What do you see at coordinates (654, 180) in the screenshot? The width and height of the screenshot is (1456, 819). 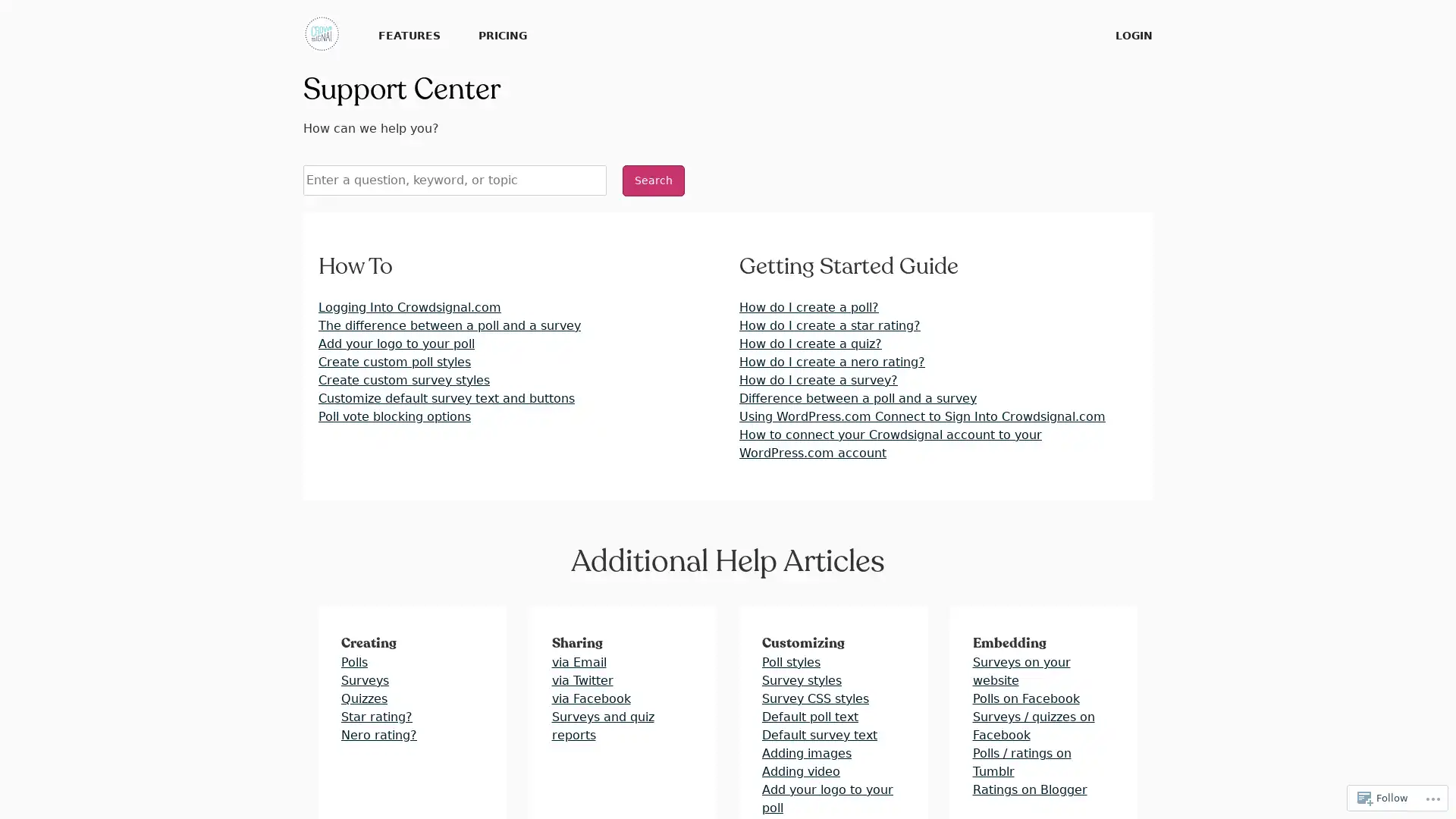 I see `Search` at bounding box center [654, 180].